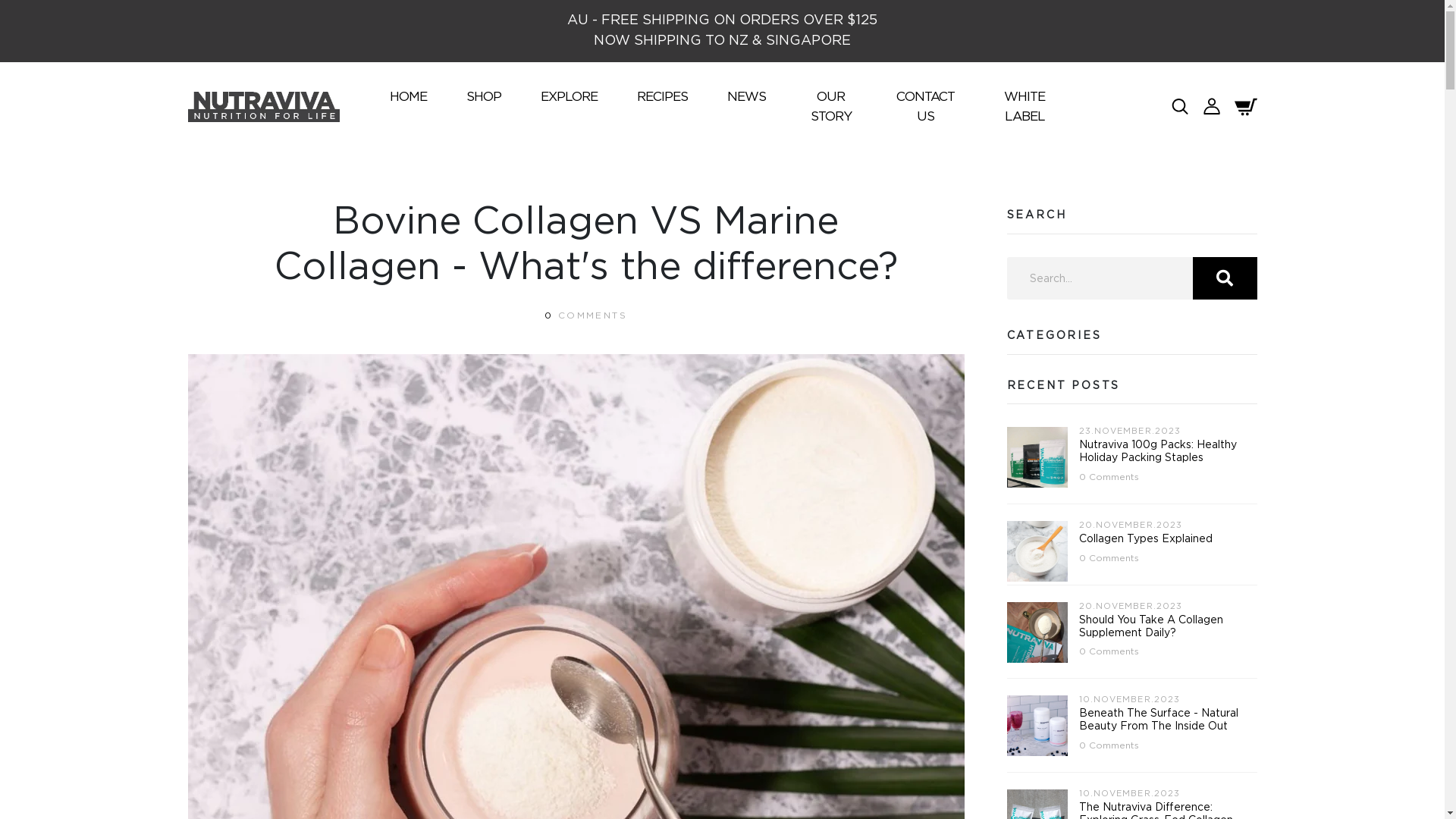  I want to click on 'EXPLORE', so click(567, 96).